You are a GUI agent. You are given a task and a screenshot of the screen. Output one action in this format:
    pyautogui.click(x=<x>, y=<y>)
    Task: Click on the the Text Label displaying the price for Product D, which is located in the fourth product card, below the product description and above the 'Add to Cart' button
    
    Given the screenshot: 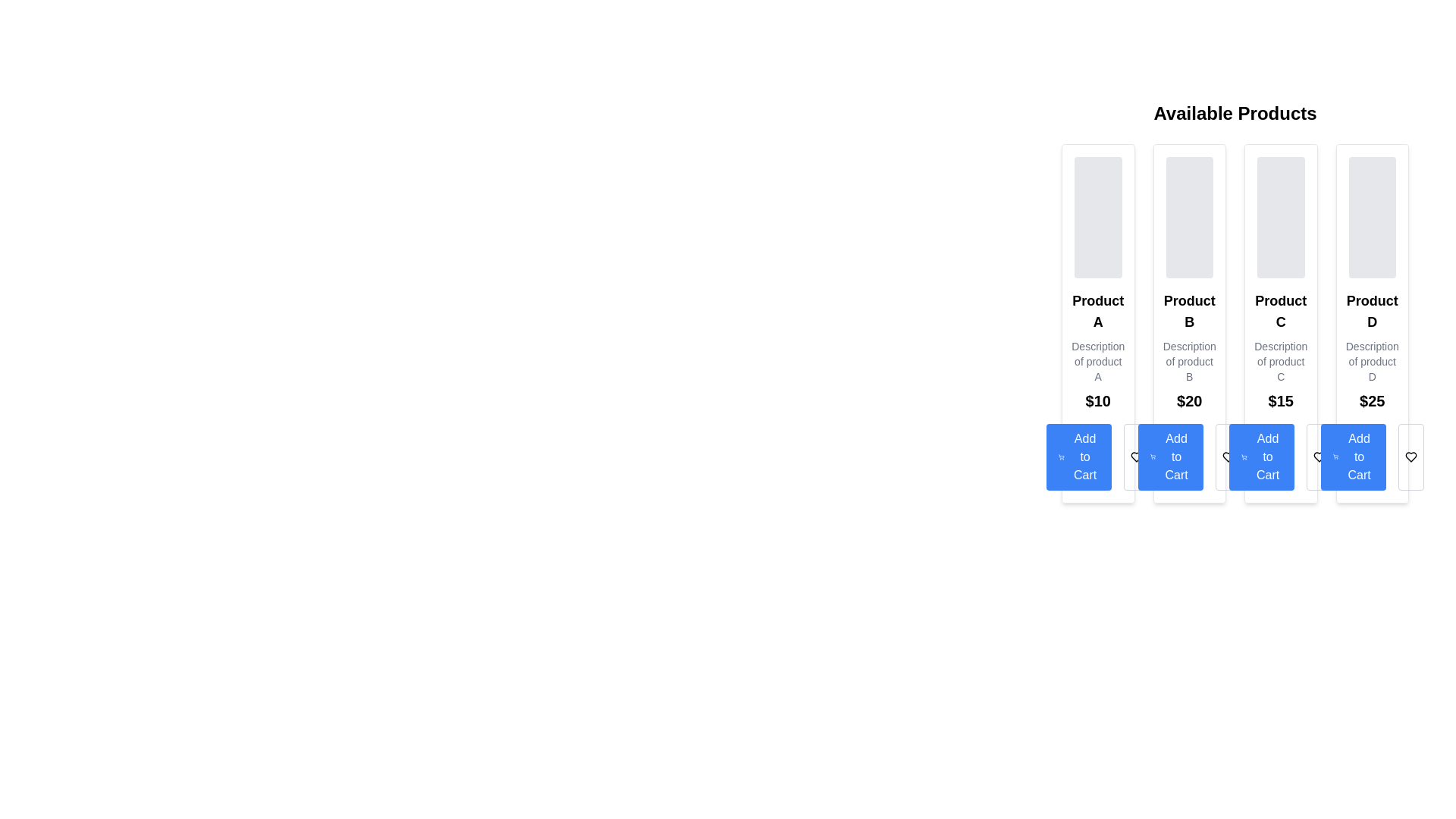 What is the action you would take?
    pyautogui.click(x=1372, y=400)
    